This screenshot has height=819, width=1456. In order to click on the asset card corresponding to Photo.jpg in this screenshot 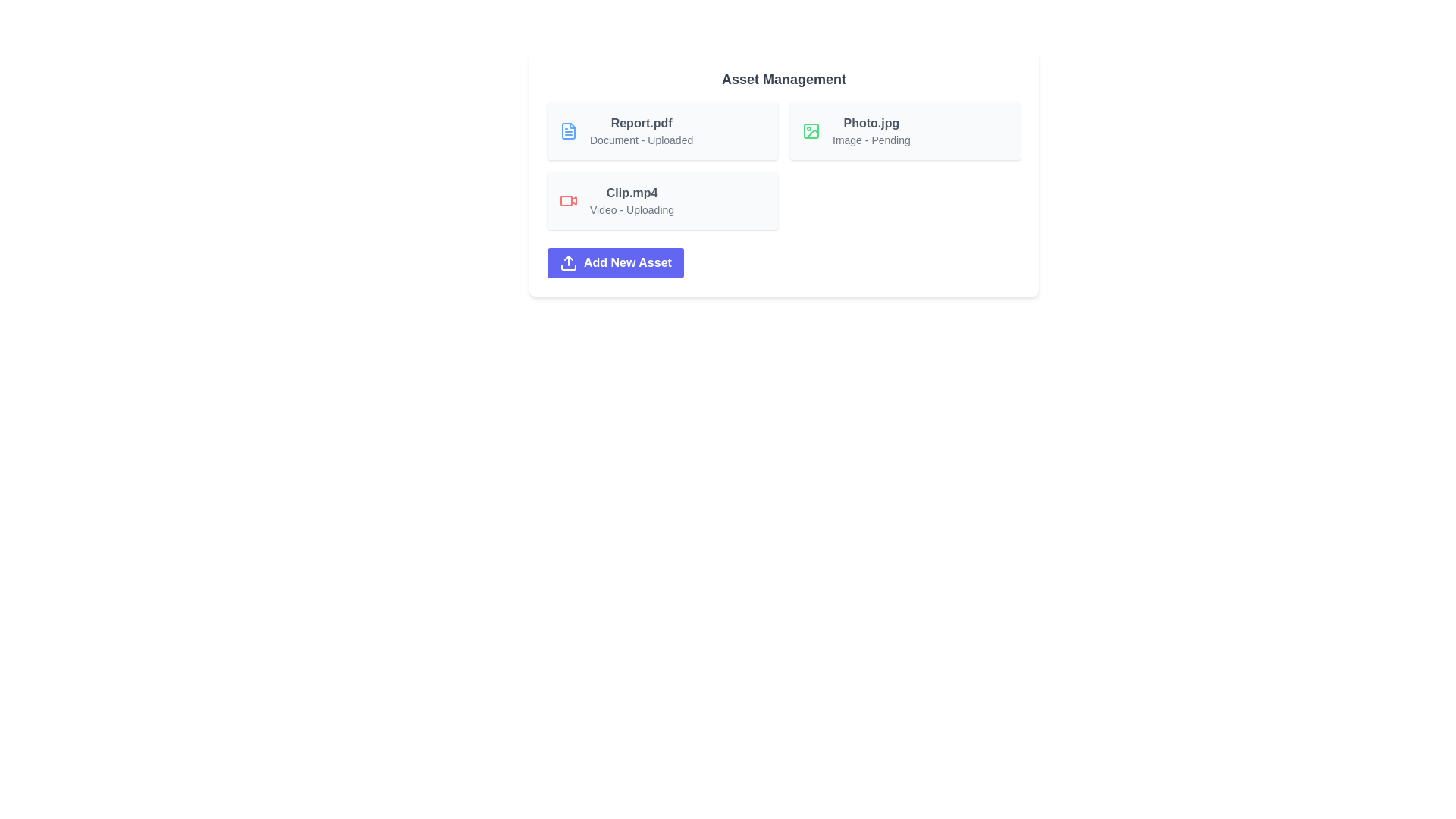, I will do `click(905, 130)`.